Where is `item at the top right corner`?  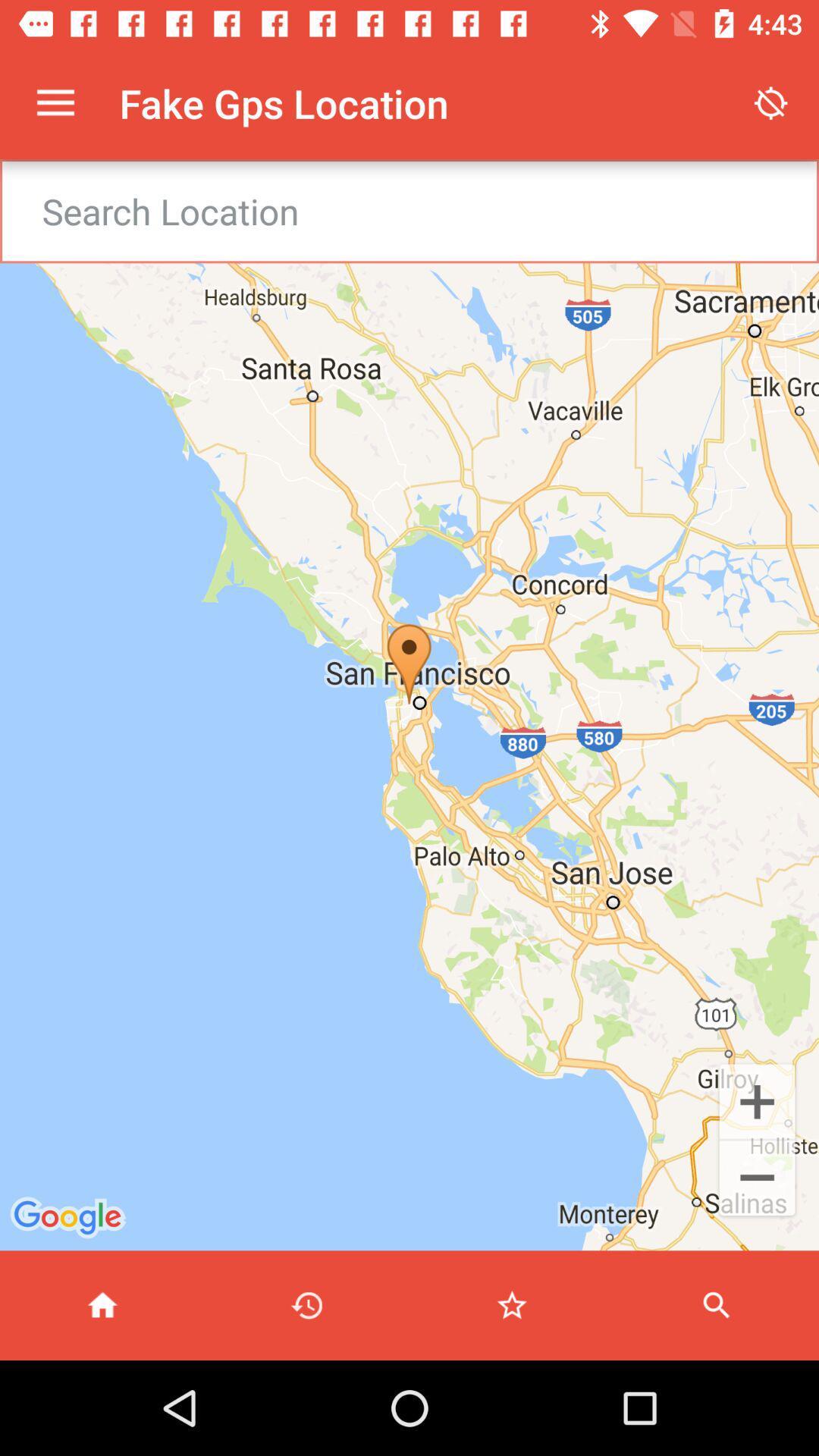
item at the top right corner is located at coordinates (771, 102).